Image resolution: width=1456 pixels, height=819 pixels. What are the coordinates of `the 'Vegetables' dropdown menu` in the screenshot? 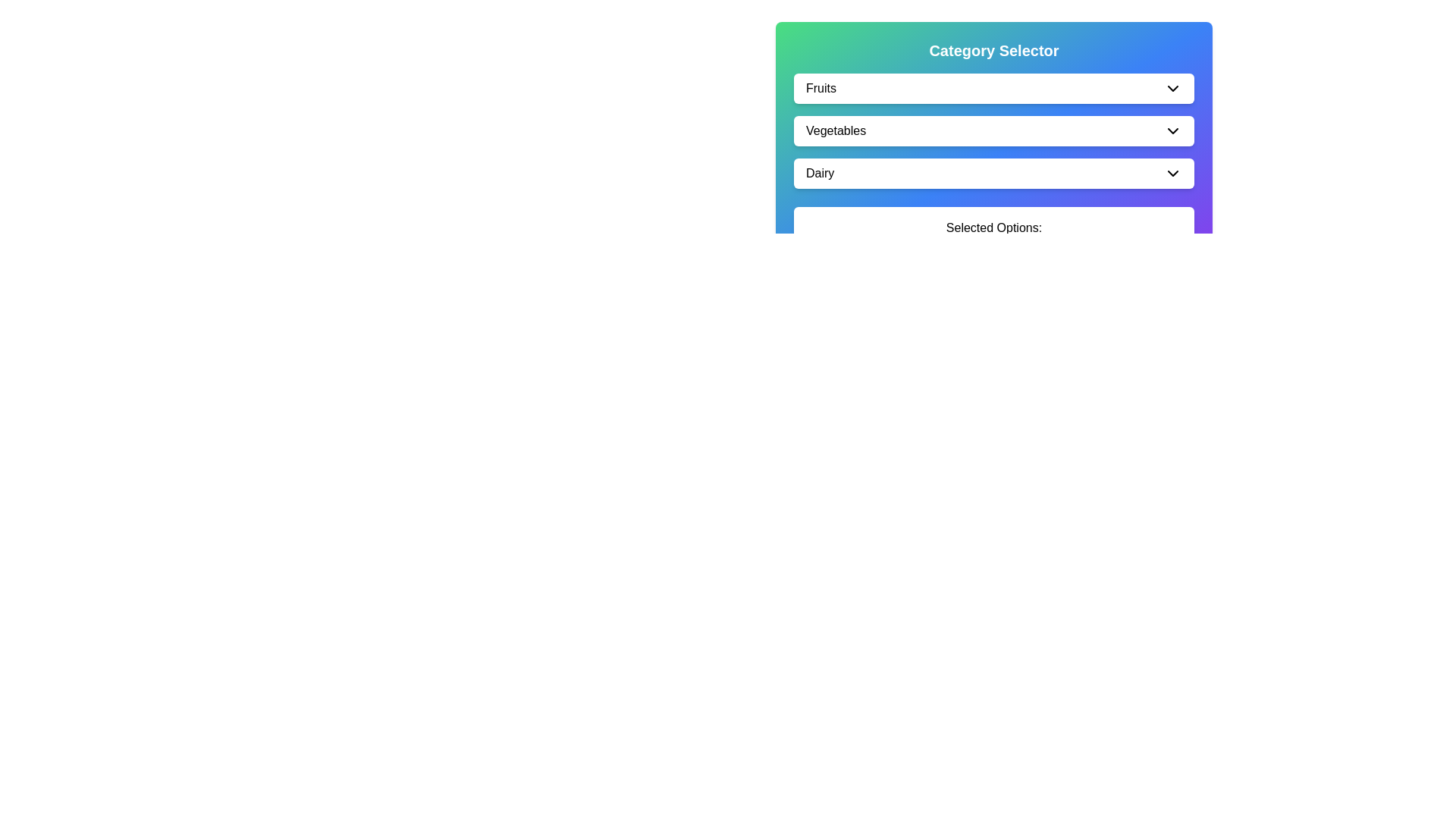 It's located at (993, 118).